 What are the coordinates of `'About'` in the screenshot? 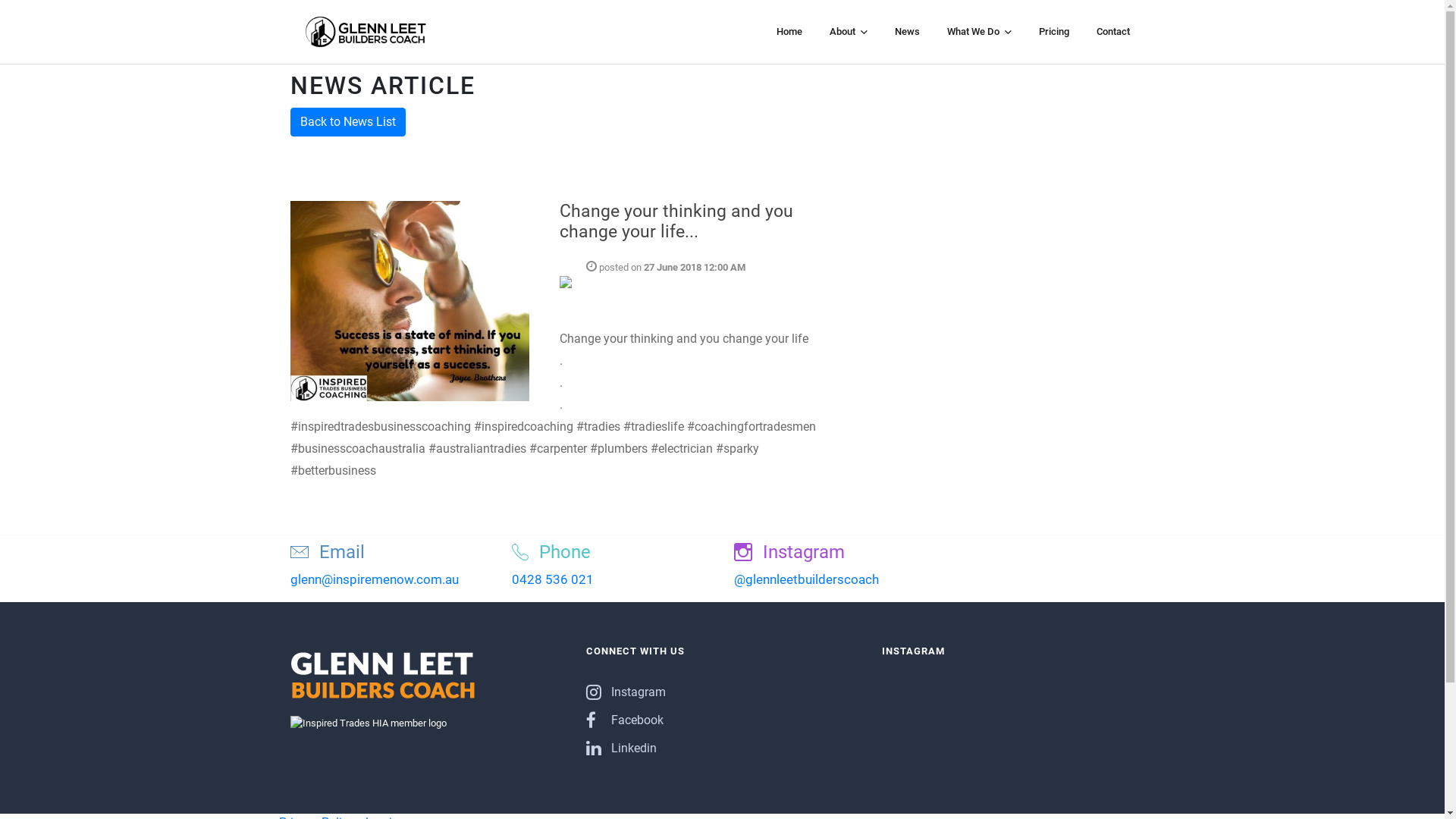 It's located at (847, 32).